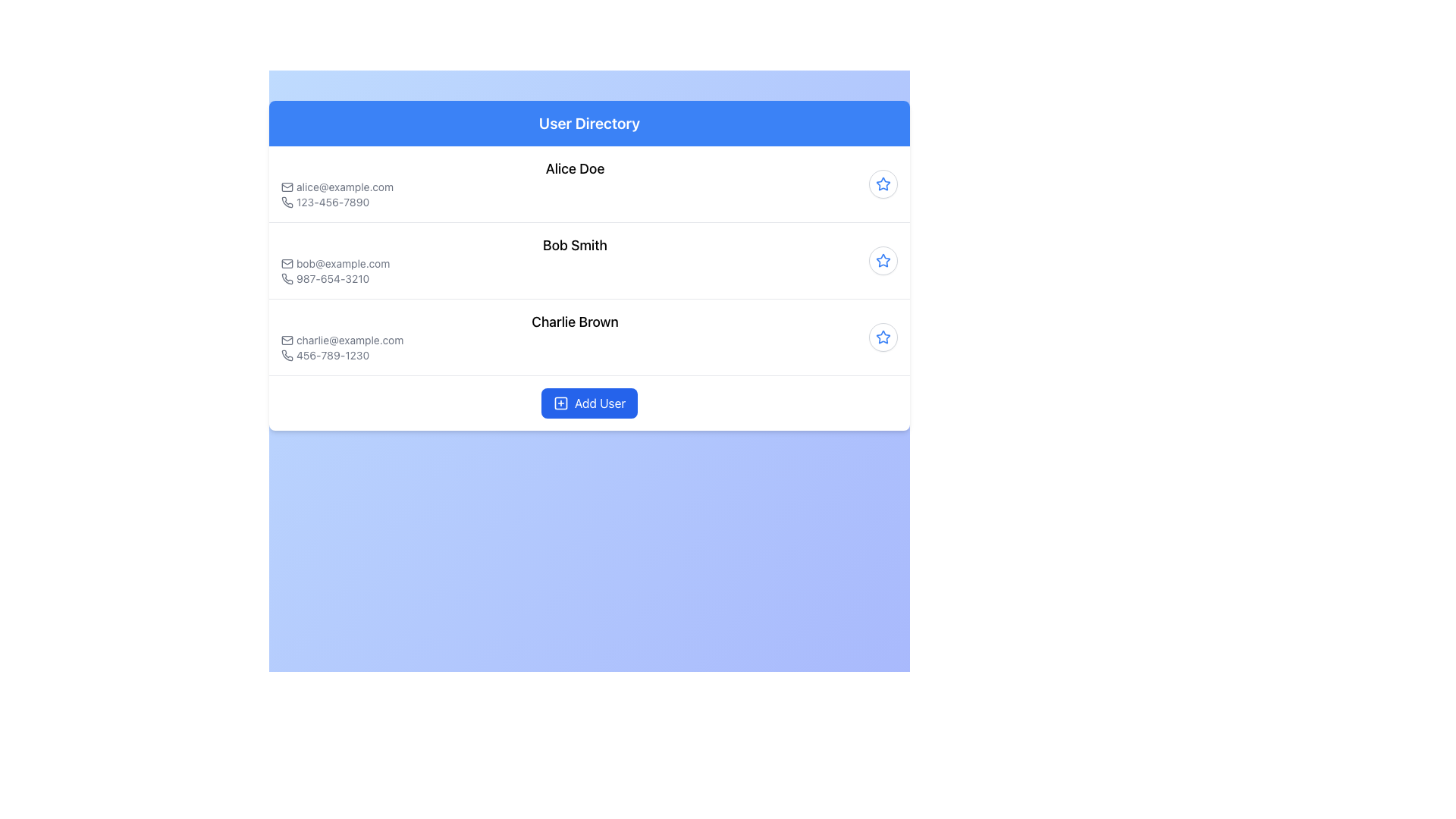  I want to click on the button that adds new entries to the User Directory, so click(588, 403).